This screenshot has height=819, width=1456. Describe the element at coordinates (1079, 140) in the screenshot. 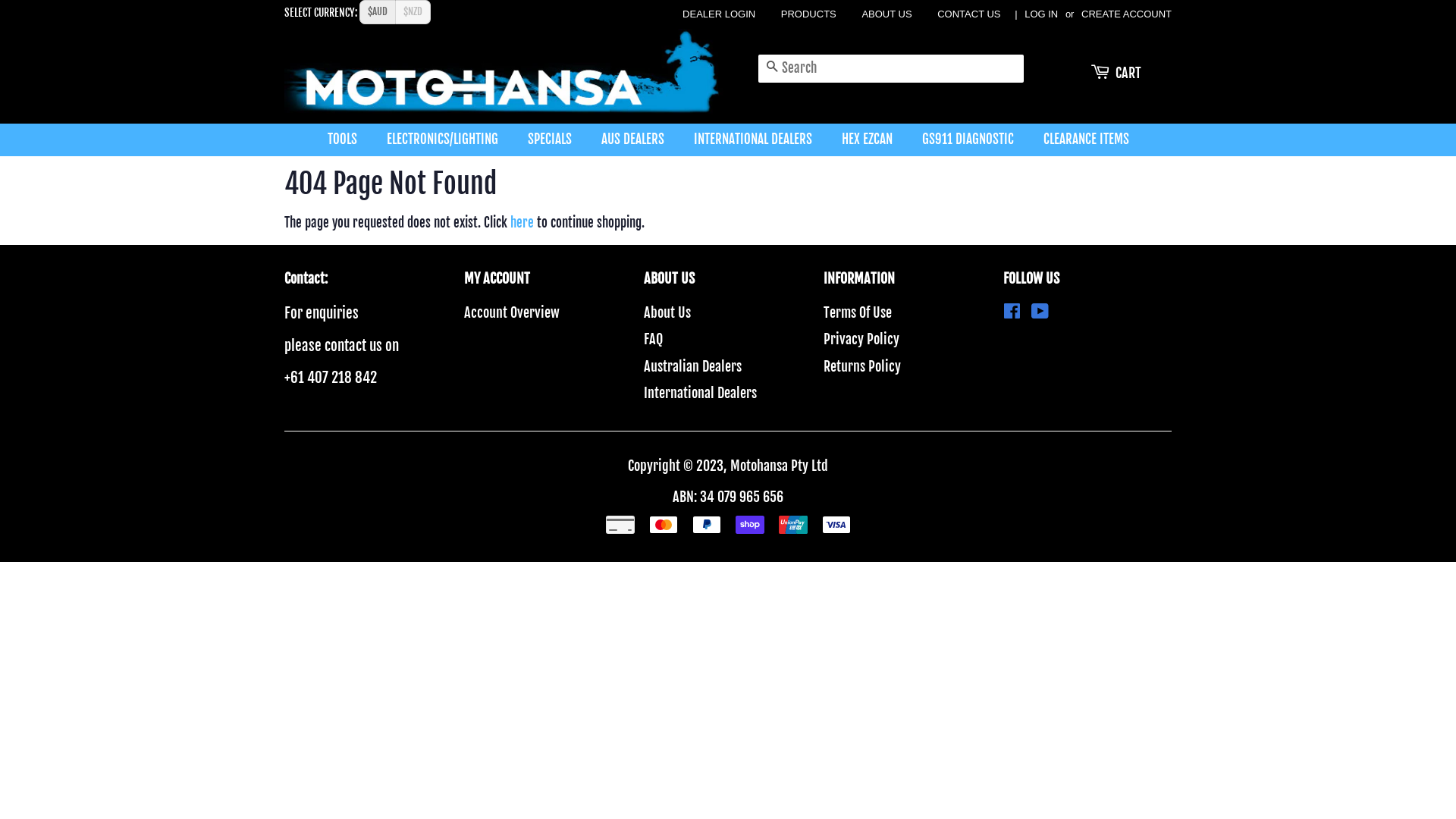

I see `'CLEARANCE ITEMS'` at that location.